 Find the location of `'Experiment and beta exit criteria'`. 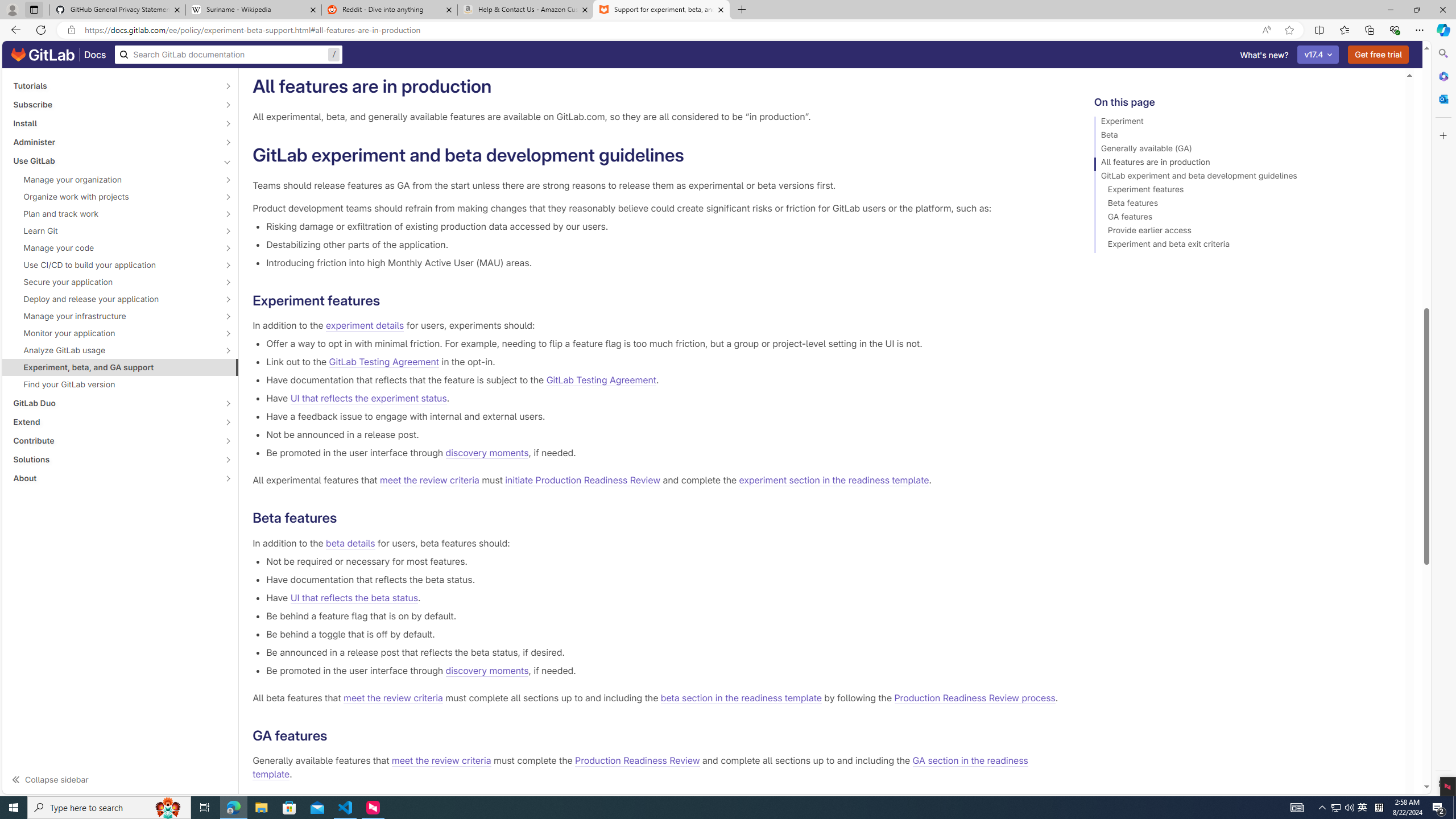

'Experiment and beta exit criteria' is located at coordinates (1244, 246).